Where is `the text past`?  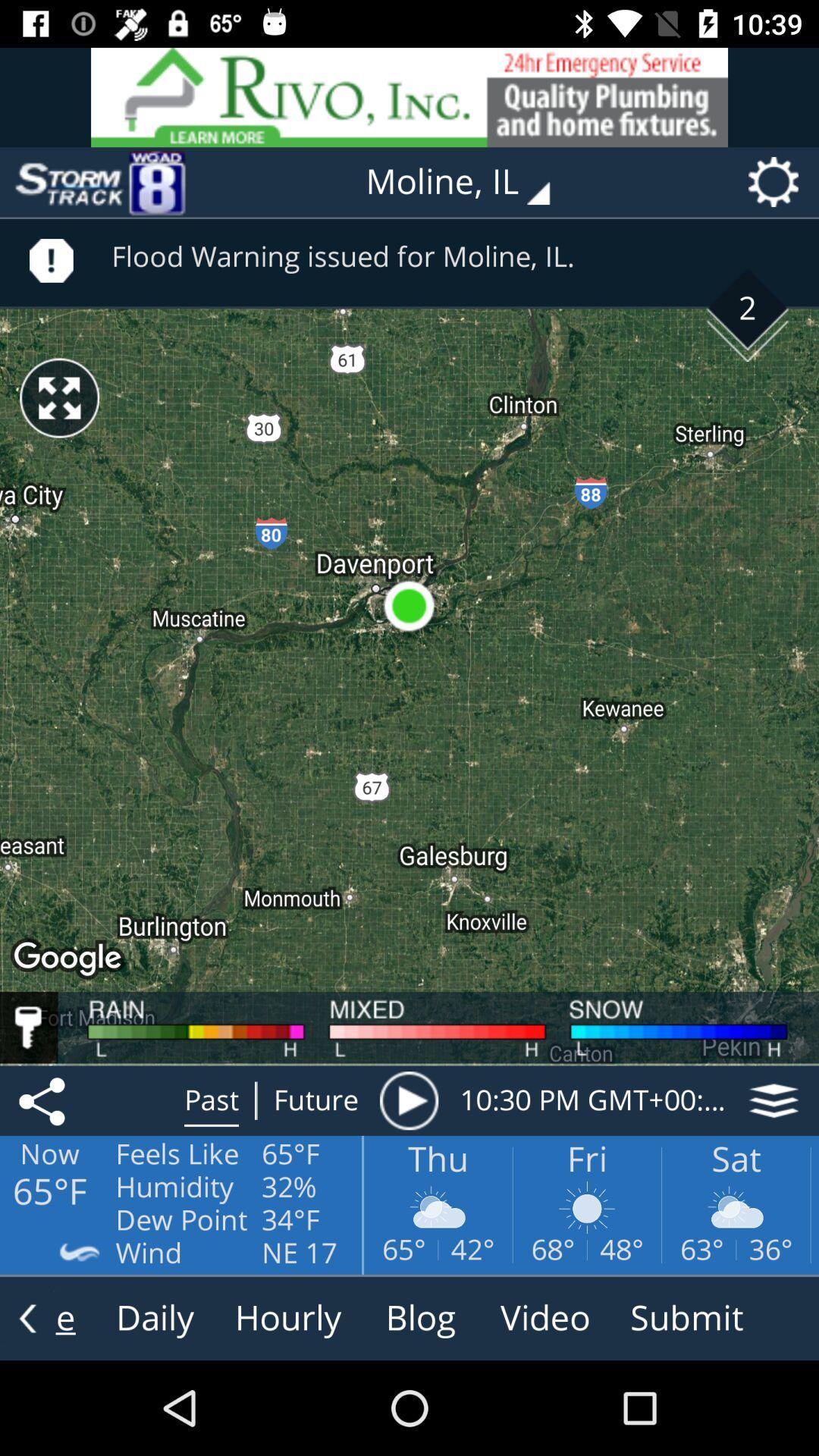
the text past is located at coordinates (211, 1100).